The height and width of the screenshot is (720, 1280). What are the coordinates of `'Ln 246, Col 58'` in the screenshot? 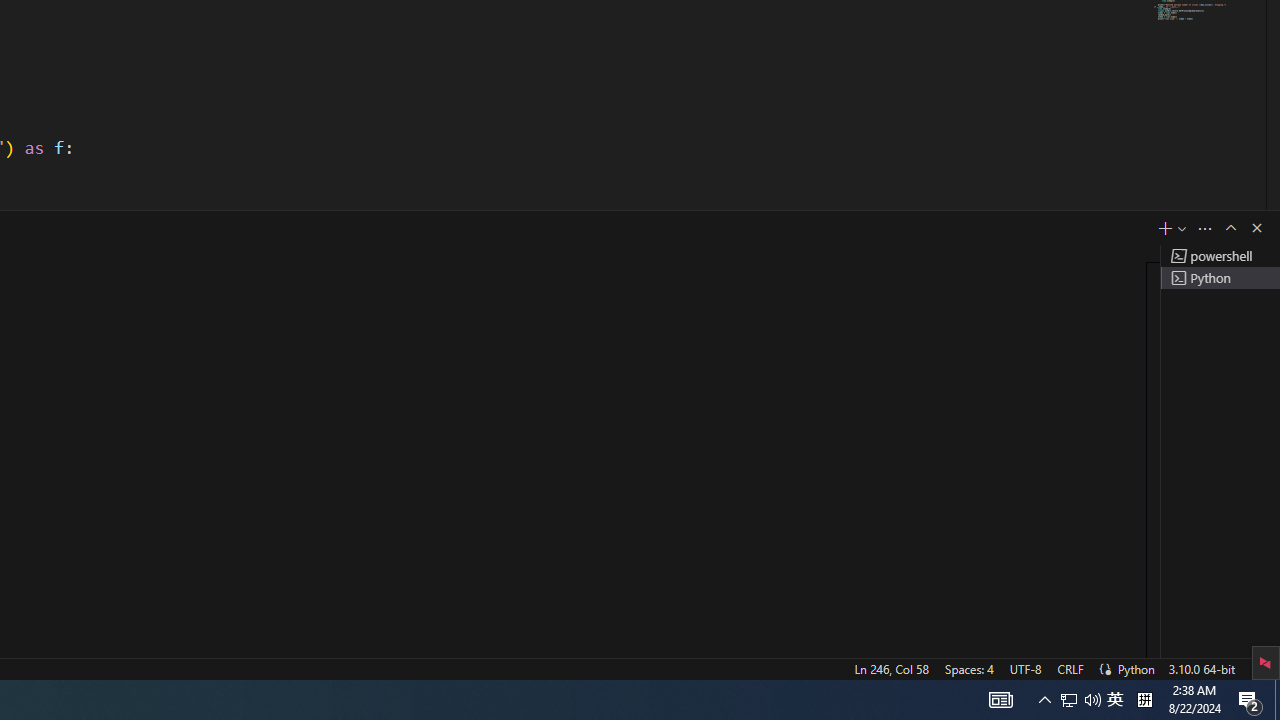 It's located at (890, 668).